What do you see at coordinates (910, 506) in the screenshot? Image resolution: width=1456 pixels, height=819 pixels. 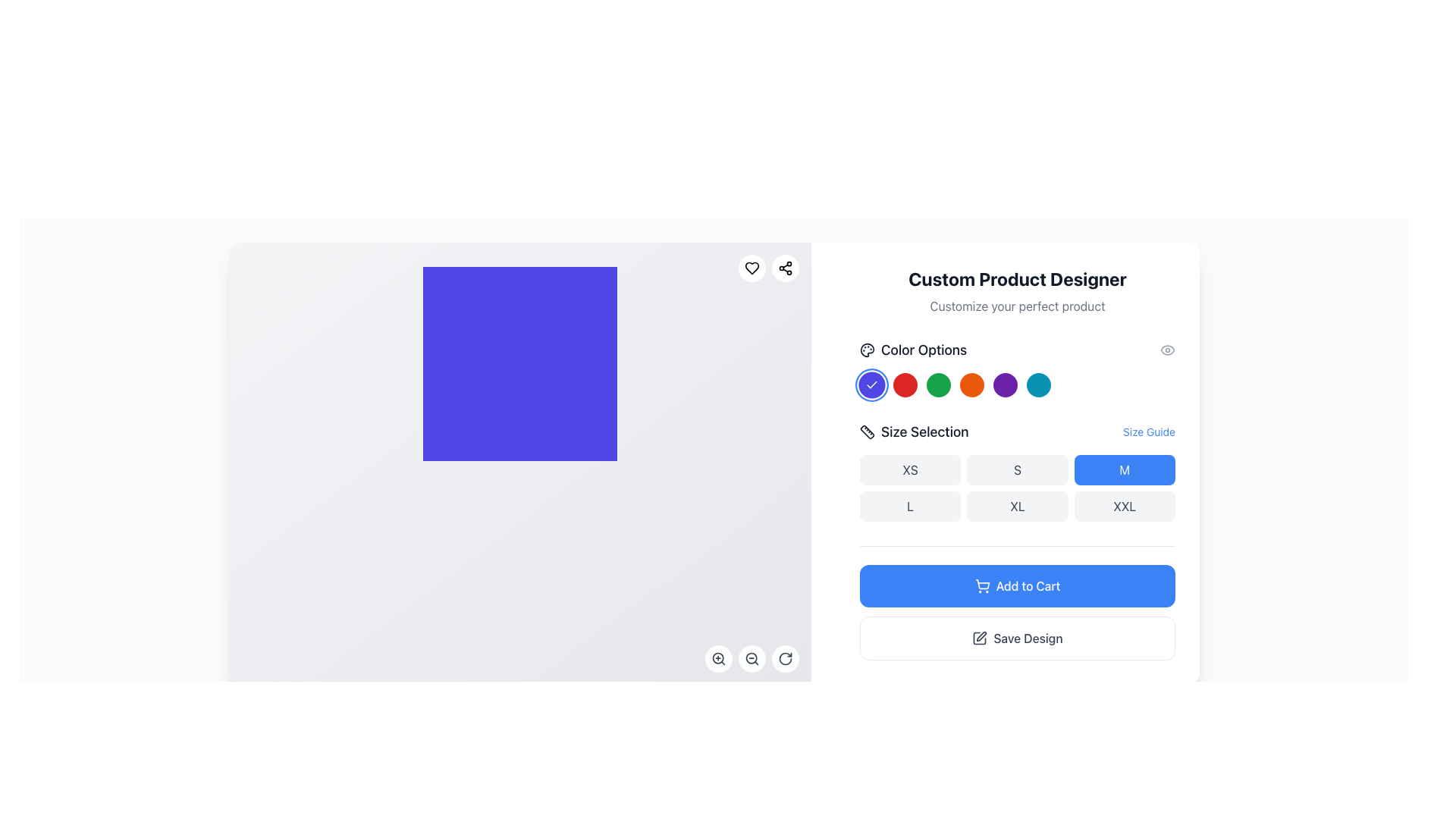 I see `the 'L' button in the Size Selection section` at bounding box center [910, 506].